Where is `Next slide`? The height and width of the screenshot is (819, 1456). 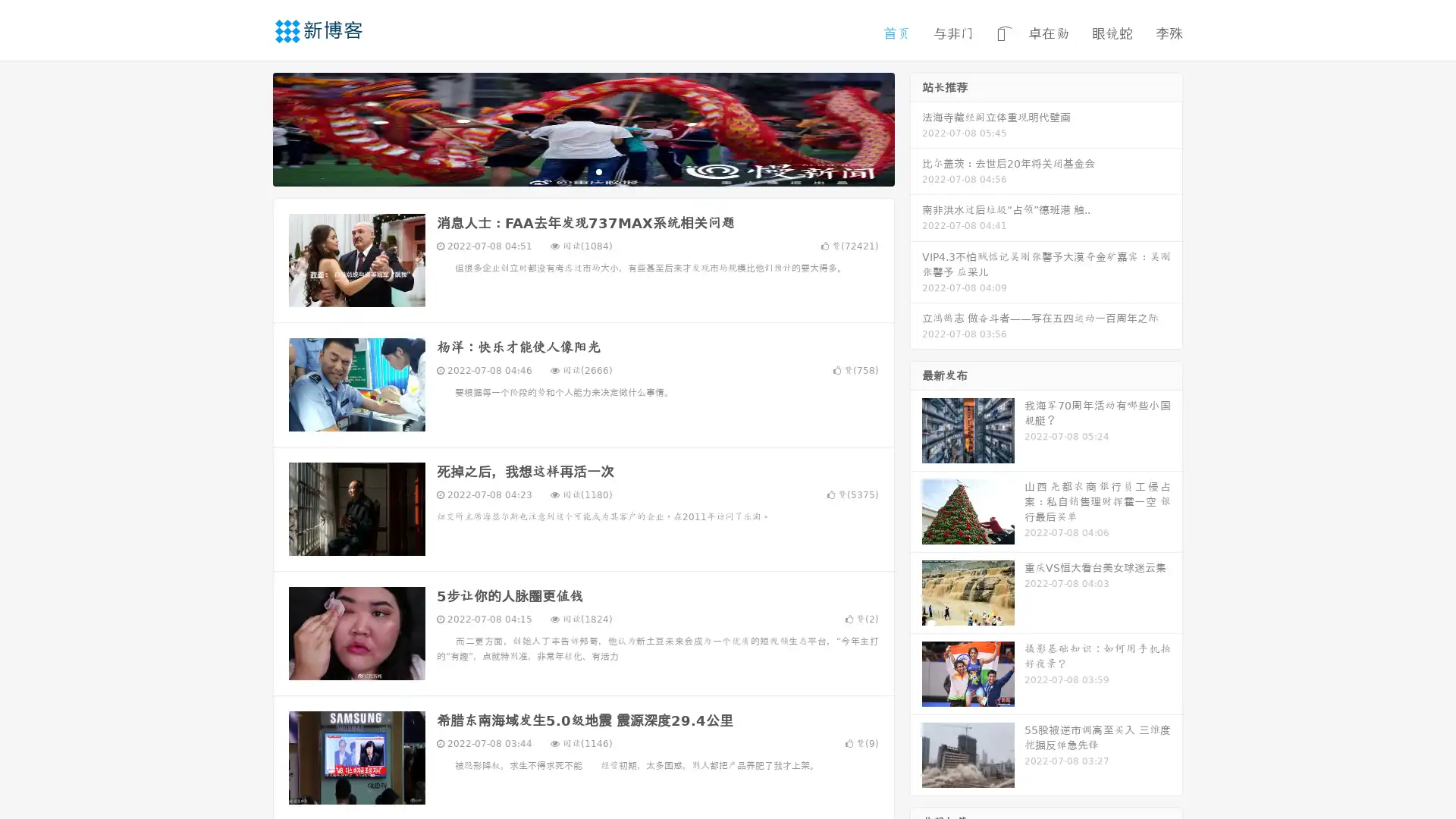 Next slide is located at coordinates (916, 127).